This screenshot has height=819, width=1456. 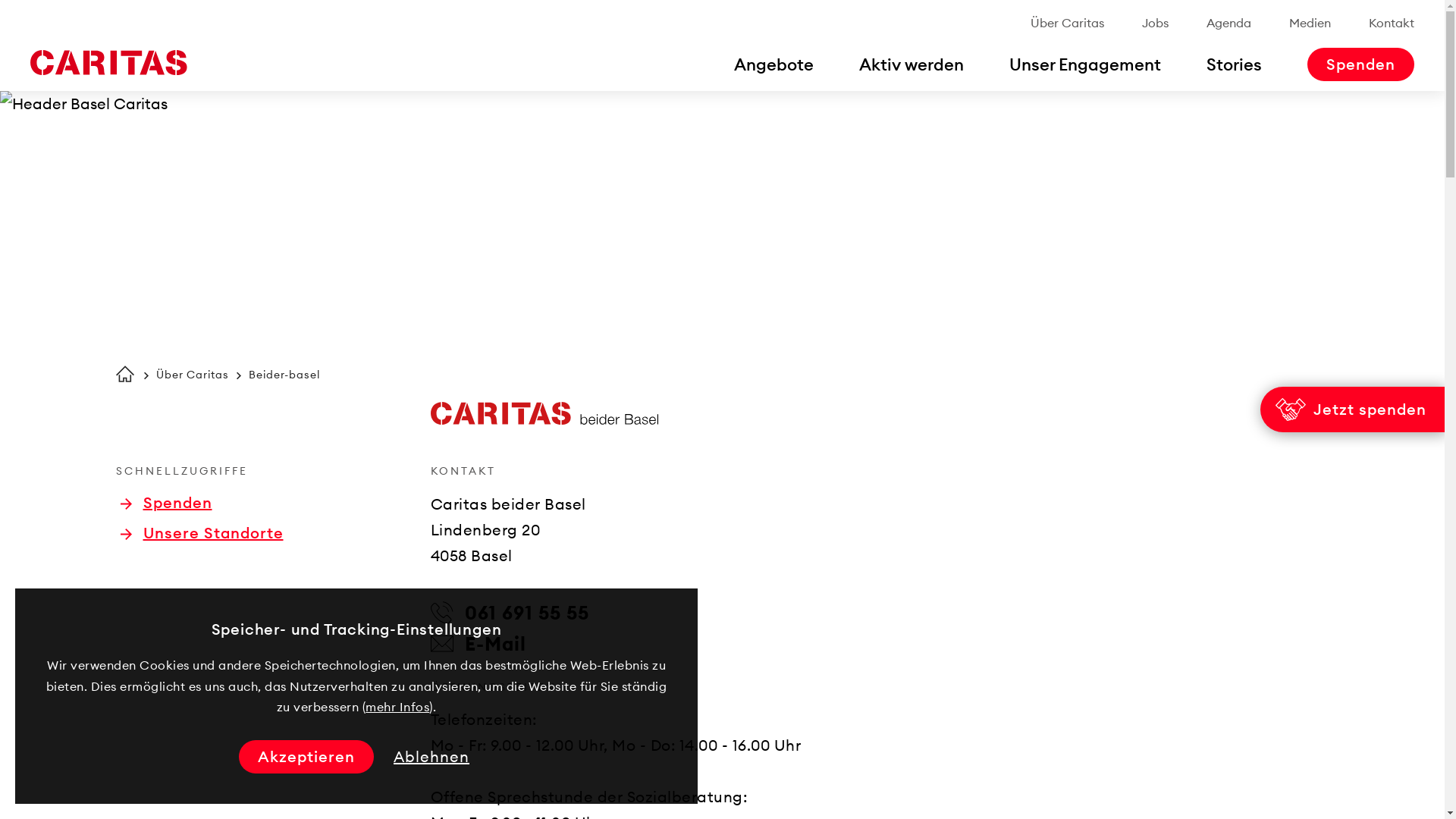 I want to click on 'mehr Infos', so click(x=397, y=707).